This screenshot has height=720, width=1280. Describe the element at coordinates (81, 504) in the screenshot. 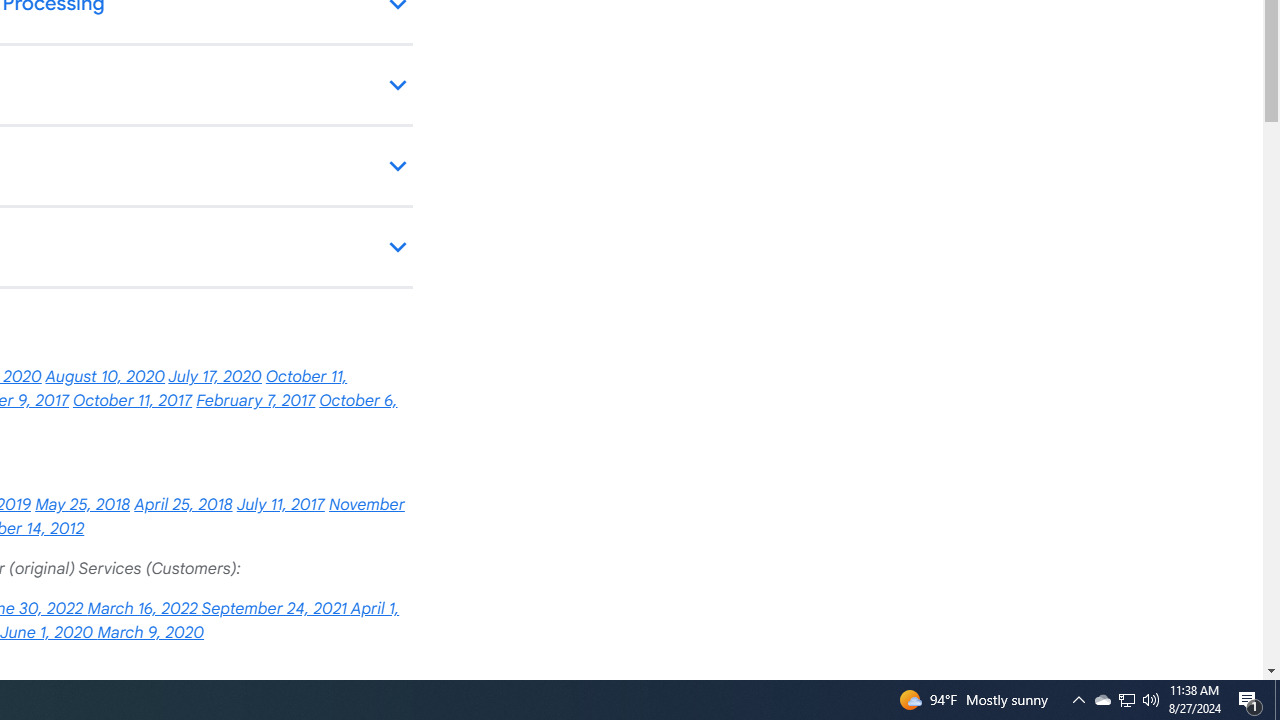

I see `'May 25, 2018'` at that location.